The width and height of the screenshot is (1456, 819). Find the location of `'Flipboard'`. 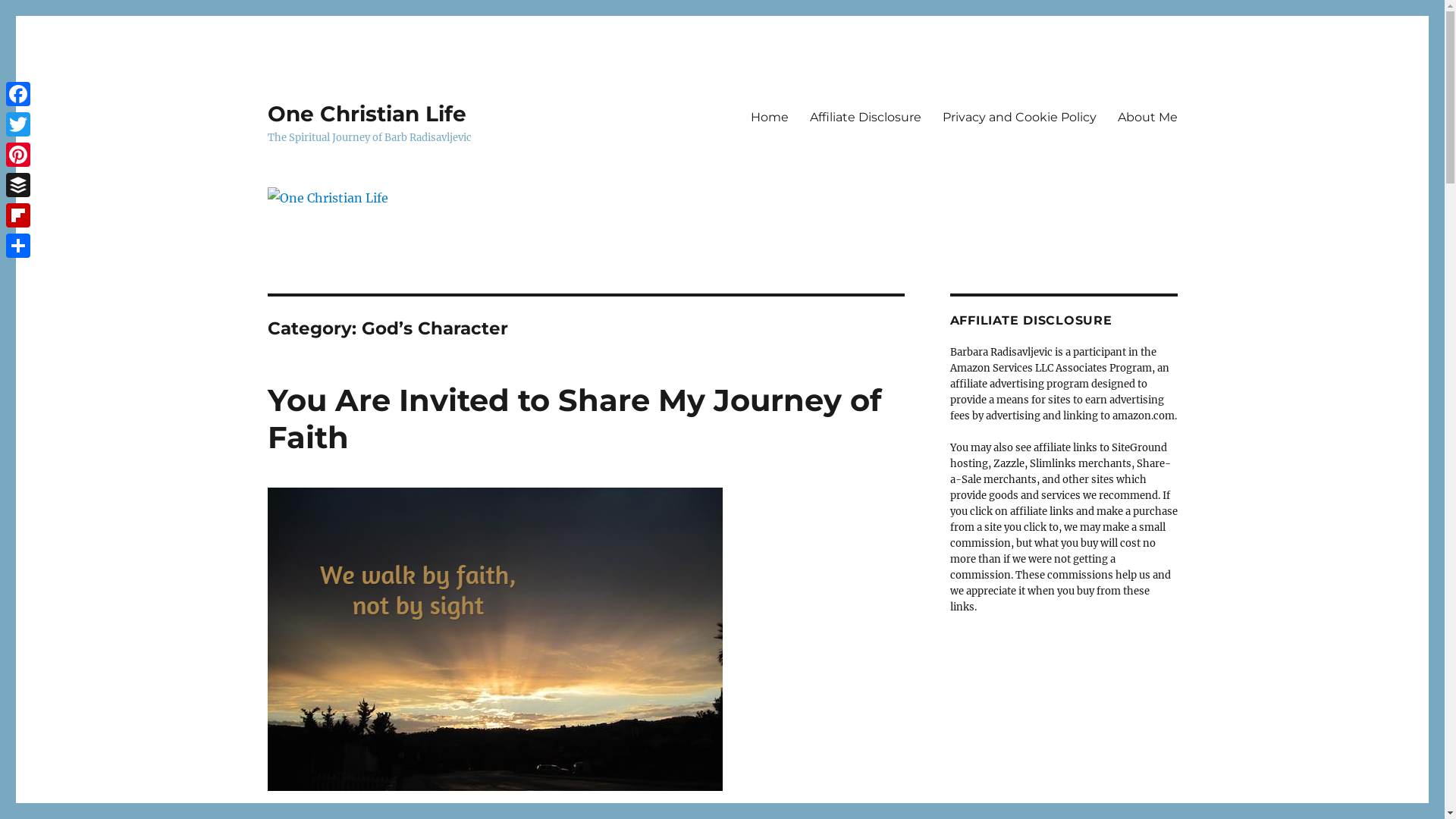

'Flipboard' is located at coordinates (18, 215).